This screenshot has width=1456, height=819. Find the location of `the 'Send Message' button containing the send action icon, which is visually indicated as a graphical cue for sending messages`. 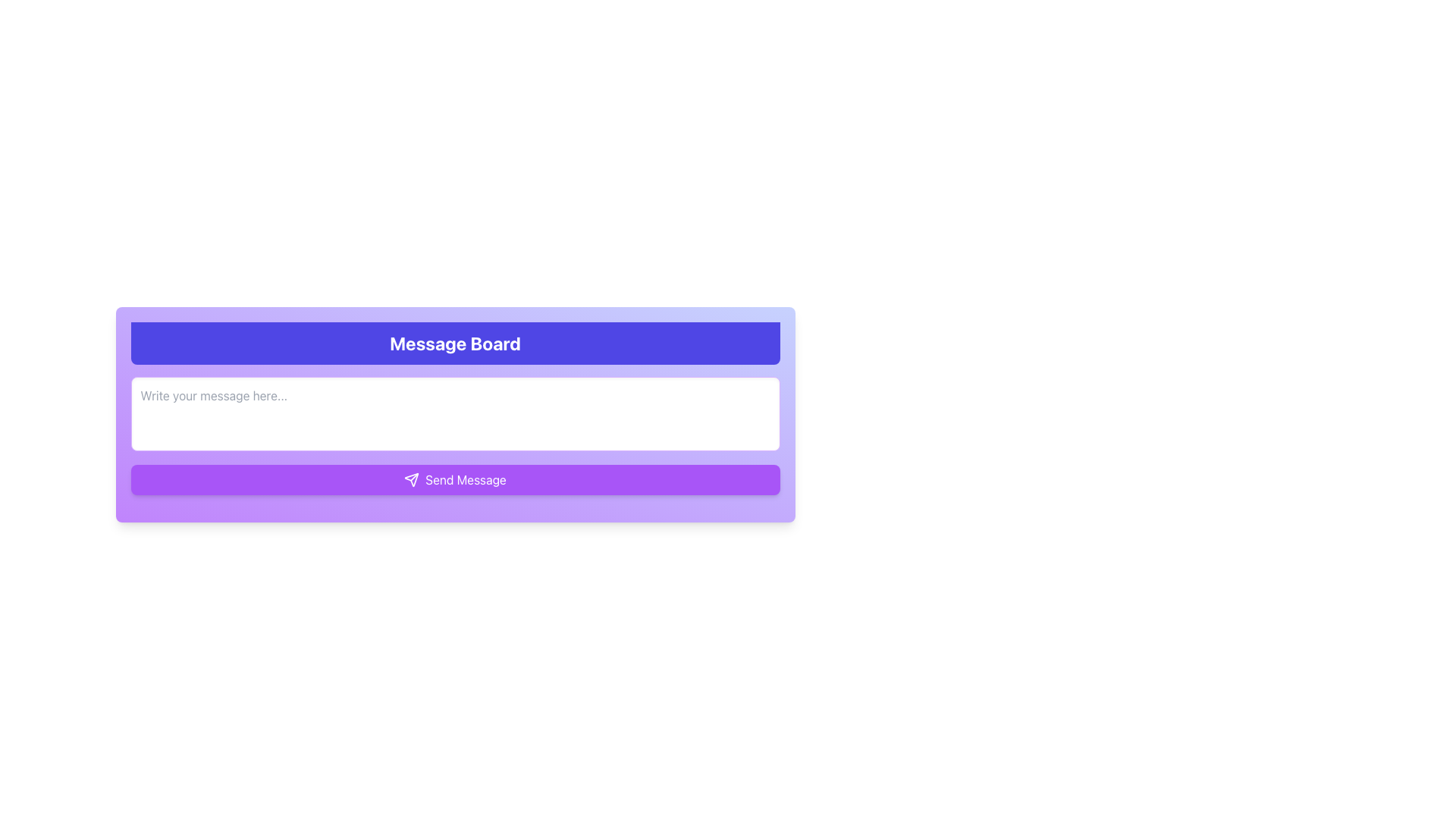

the 'Send Message' button containing the send action icon, which is visually indicated as a graphical cue for sending messages is located at coordinates (412, 479).